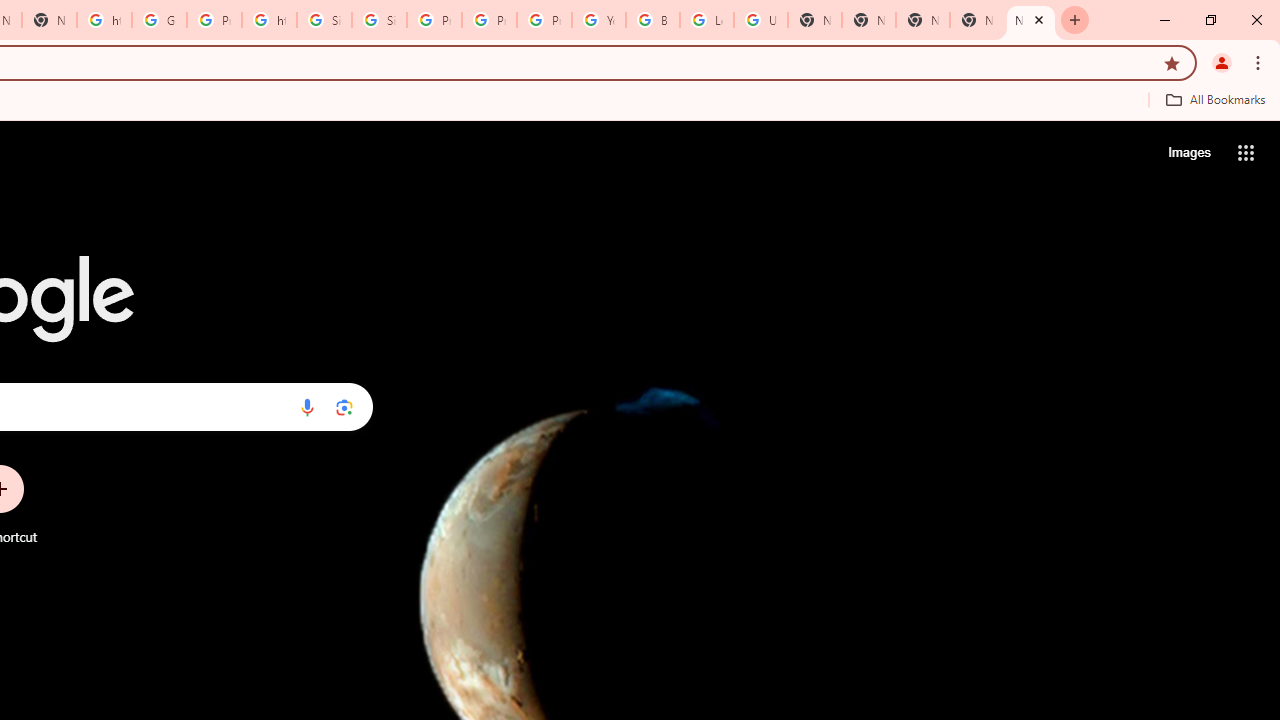 This screenshot has width=1280, height=720. Describe the element at coordinates (306, 406) in the screenshot. I see `'Search by voice'` at that location.